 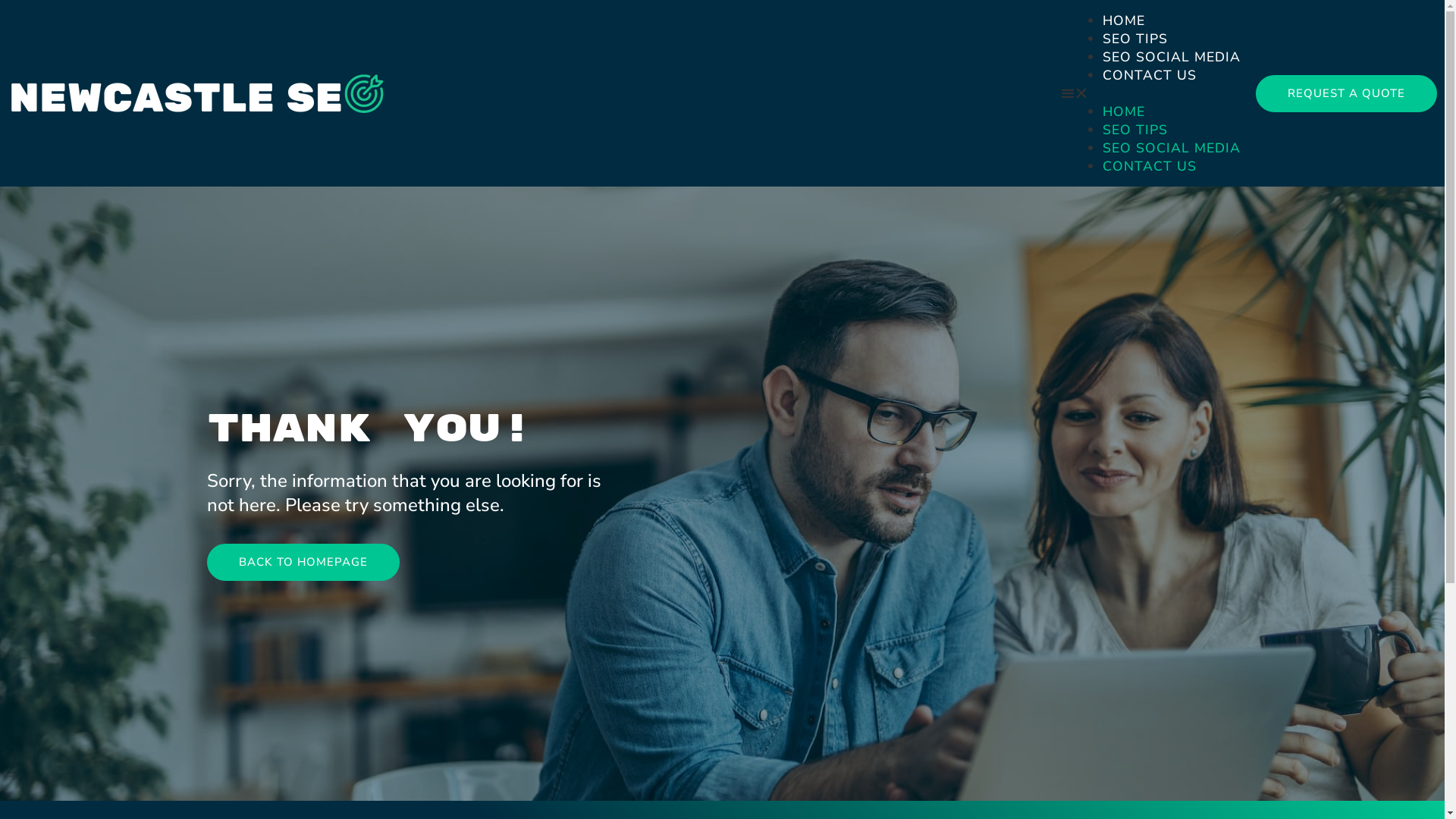 I want to click on 'REQUEST A QUOTE', so click(x=1346, y=93).